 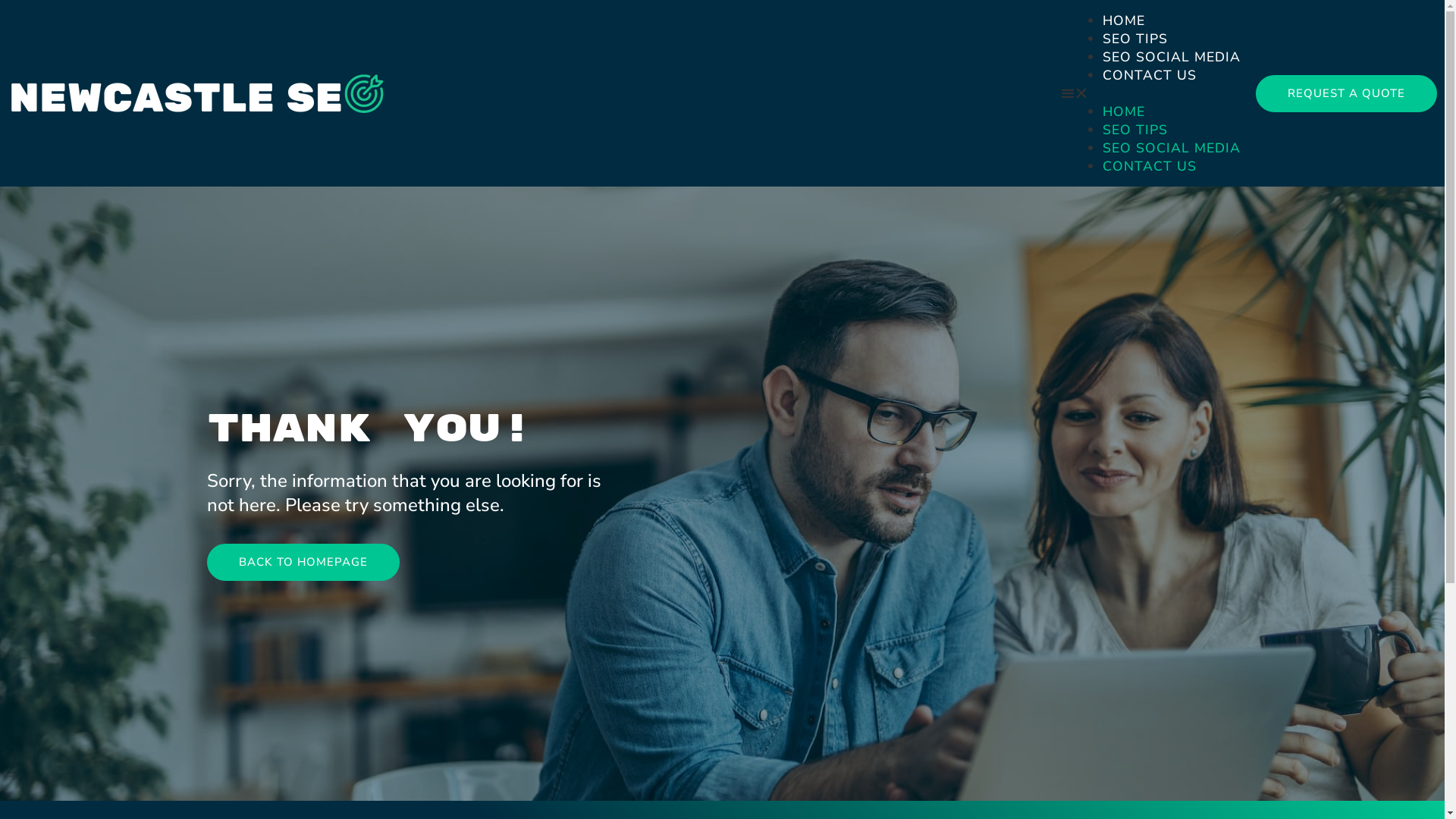 I want to click on 'REQUEST A QUOTE', so click(x=1346, y=93).